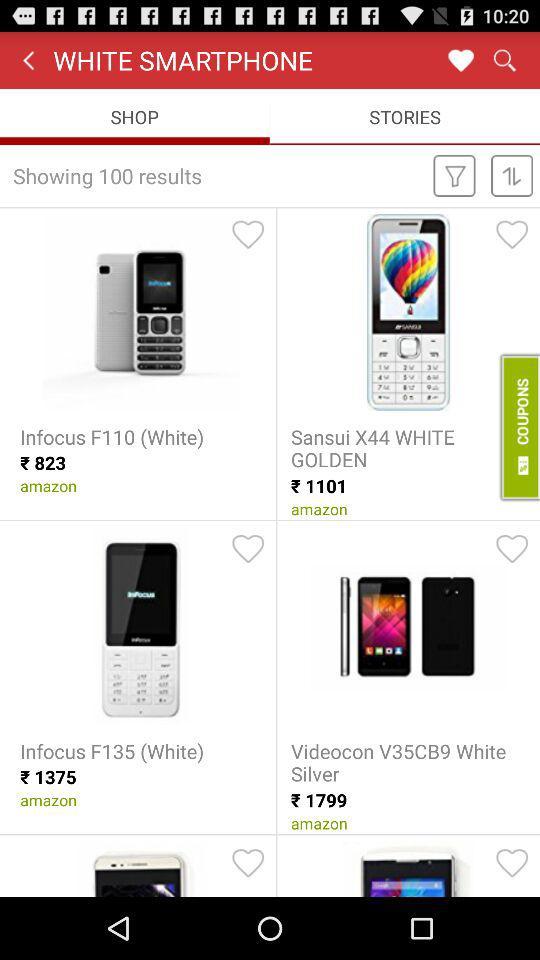 The image size is (540, 960). I want to click on favourite the item, so click(248, 549).